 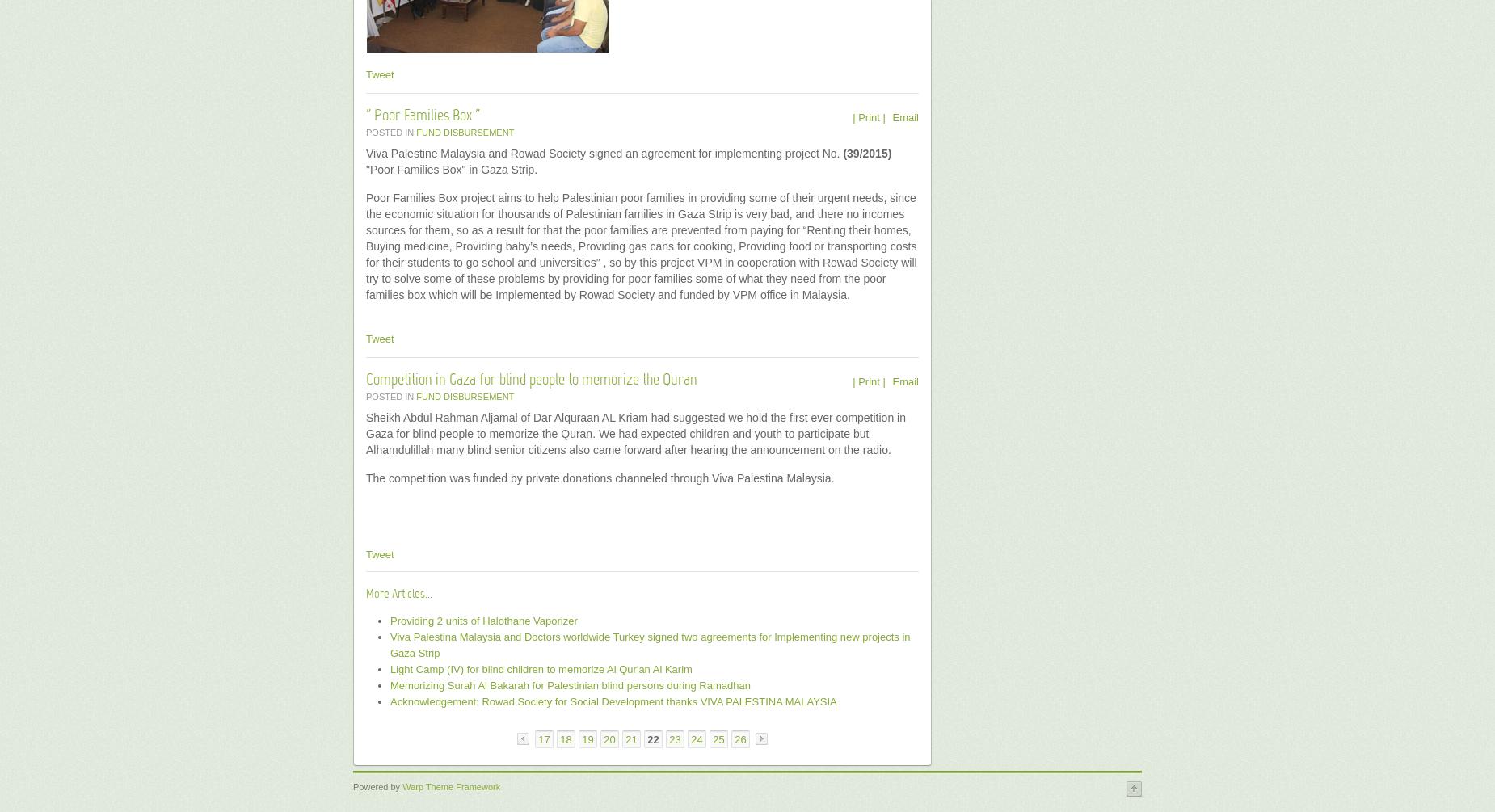 I want to click on '23', so click(x=675, y=738).